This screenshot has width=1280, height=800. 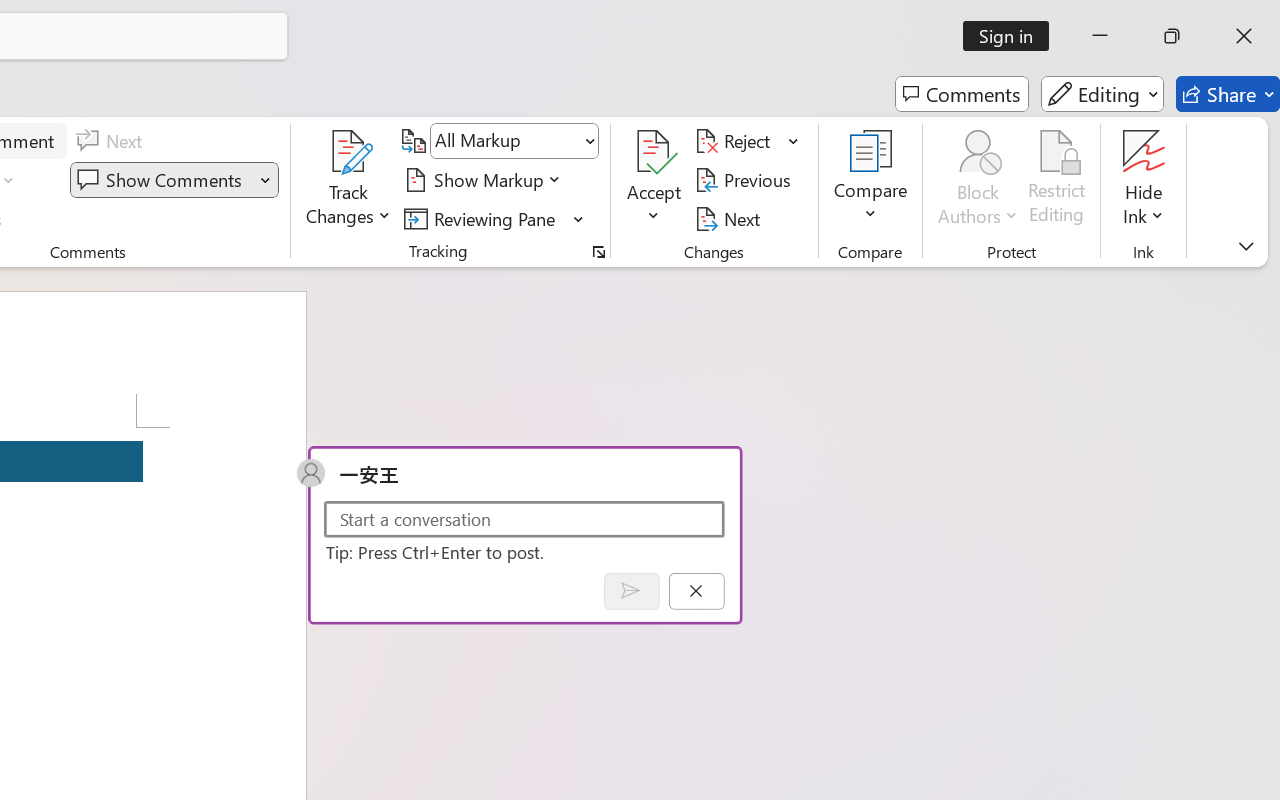 I want to click on 'Accept and Move to Next', so click(x=654, y=151).